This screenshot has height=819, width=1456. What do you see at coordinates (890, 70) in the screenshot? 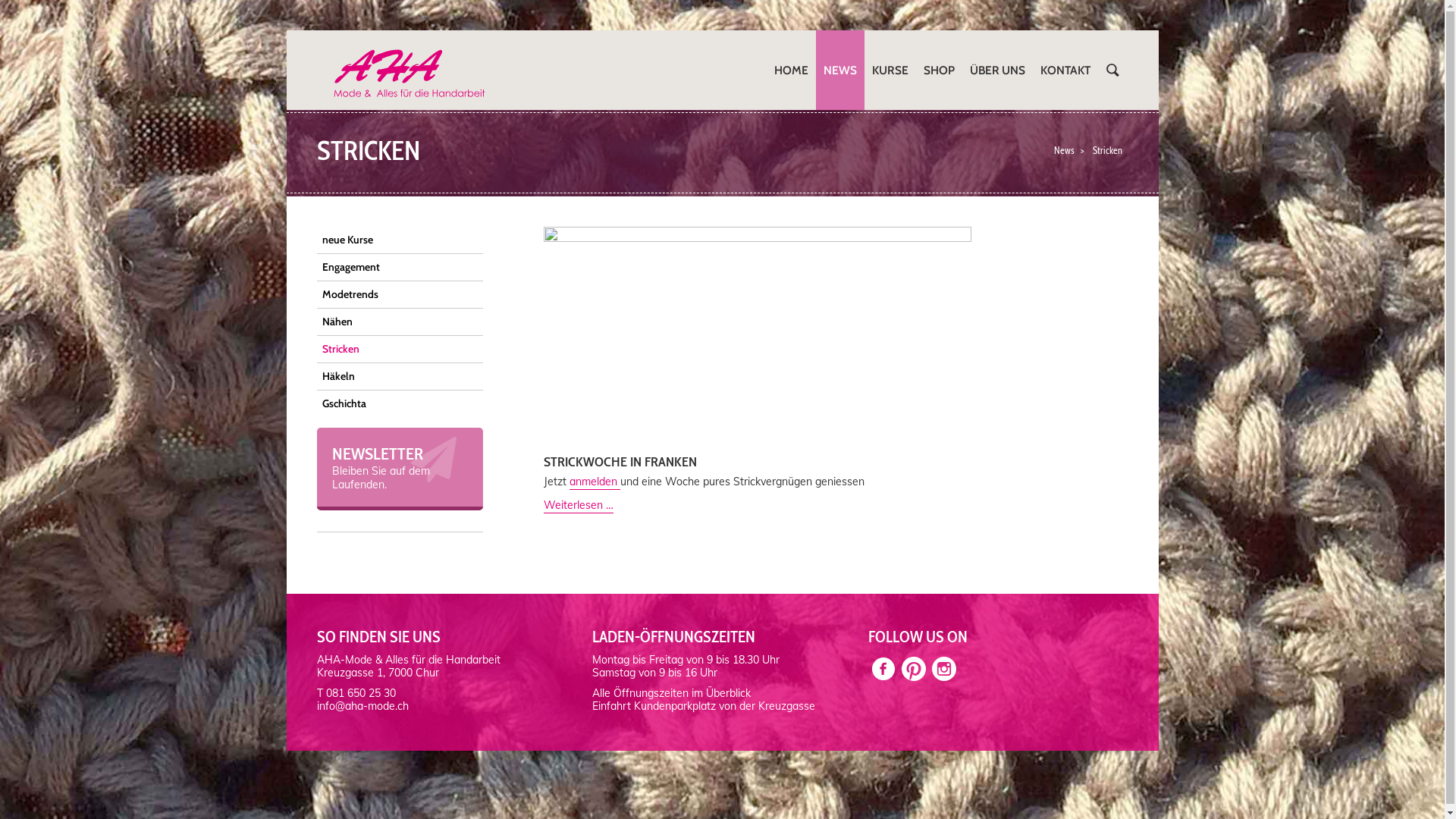
I see `'KURSE'` at bounding box center [890, 70].